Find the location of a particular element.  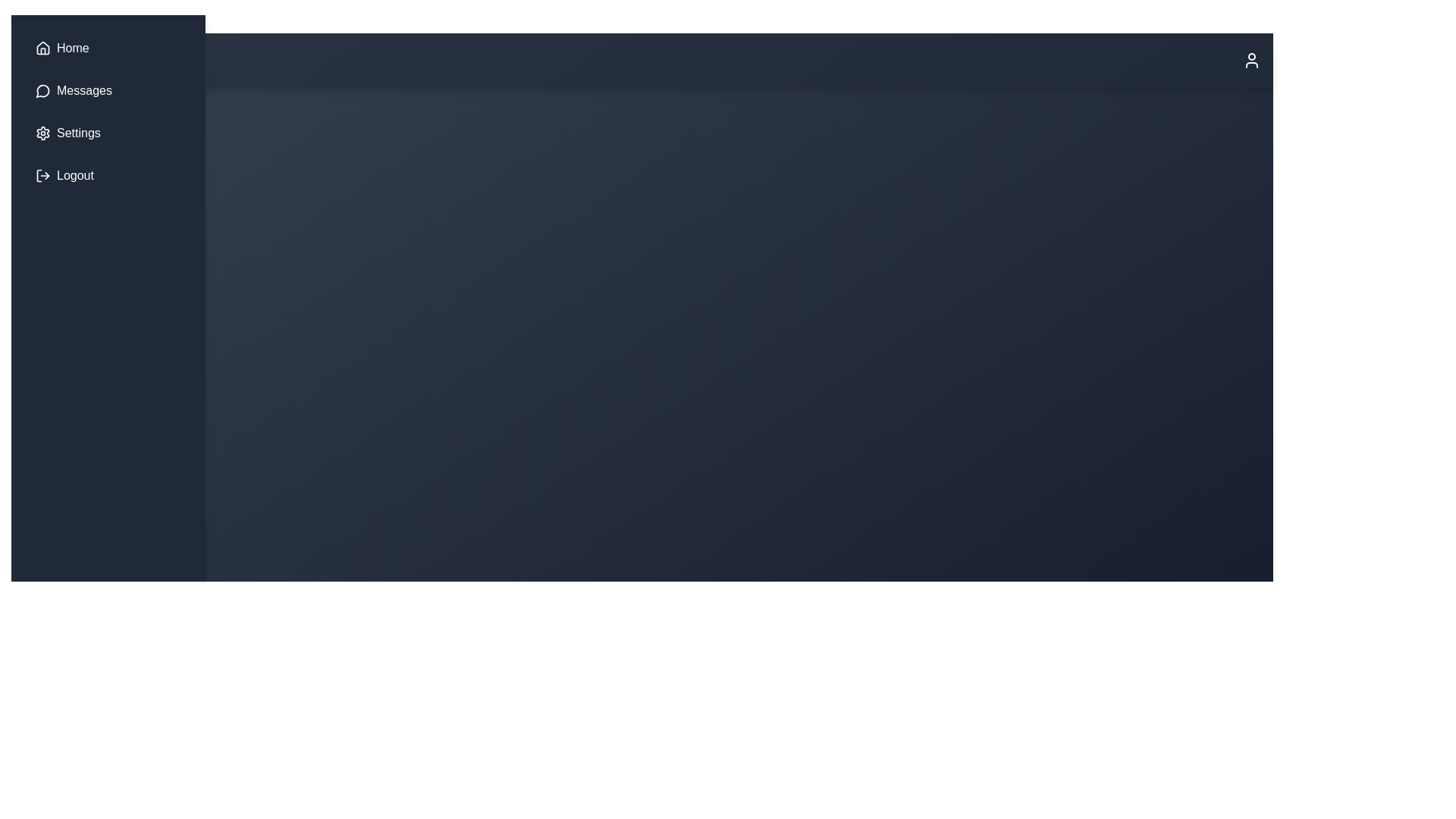

the 'Settings' option in the sidebar to navigate to the Settings section is located at coordinates (77, 133).